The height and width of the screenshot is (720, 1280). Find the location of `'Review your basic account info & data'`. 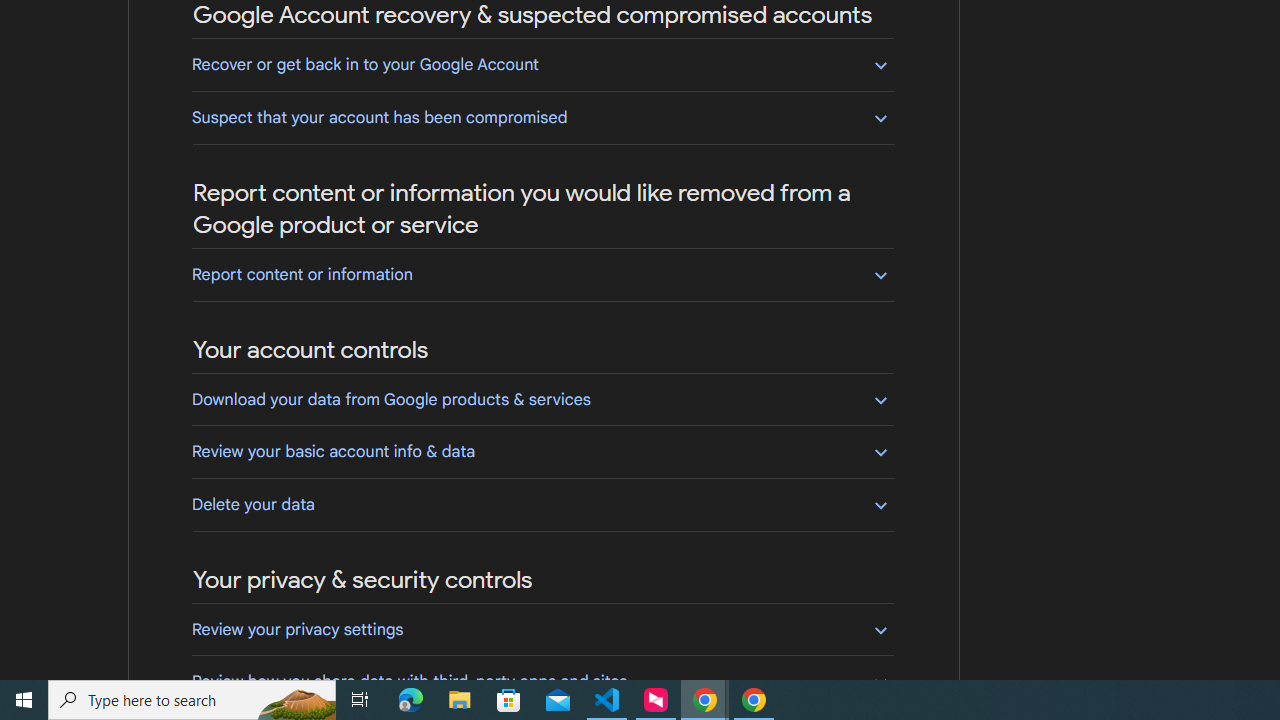

'Review your basic account info & data' is located at coordinates (542, 451).